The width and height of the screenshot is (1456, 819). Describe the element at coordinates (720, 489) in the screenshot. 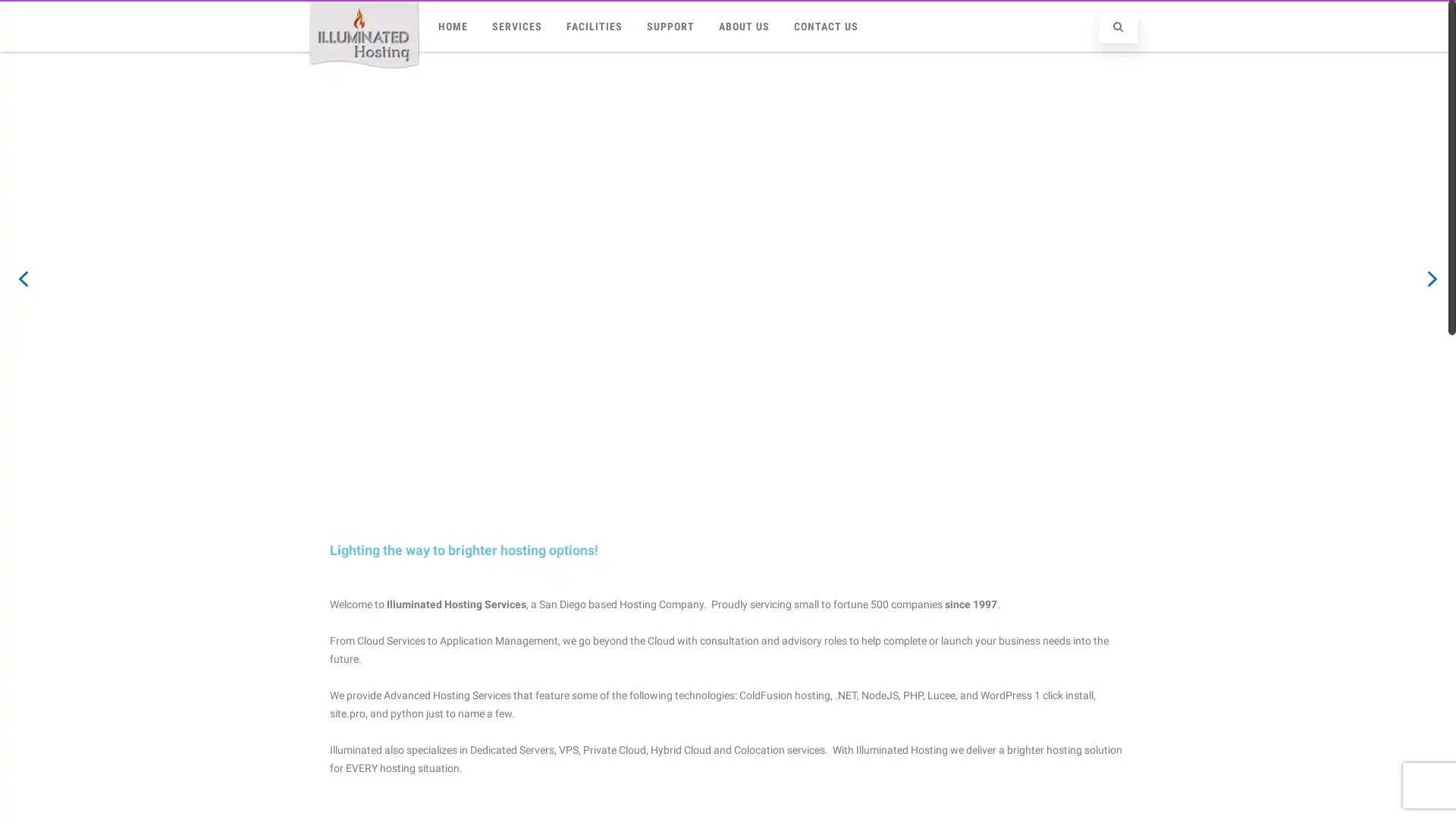

I see `slider3` at that location.